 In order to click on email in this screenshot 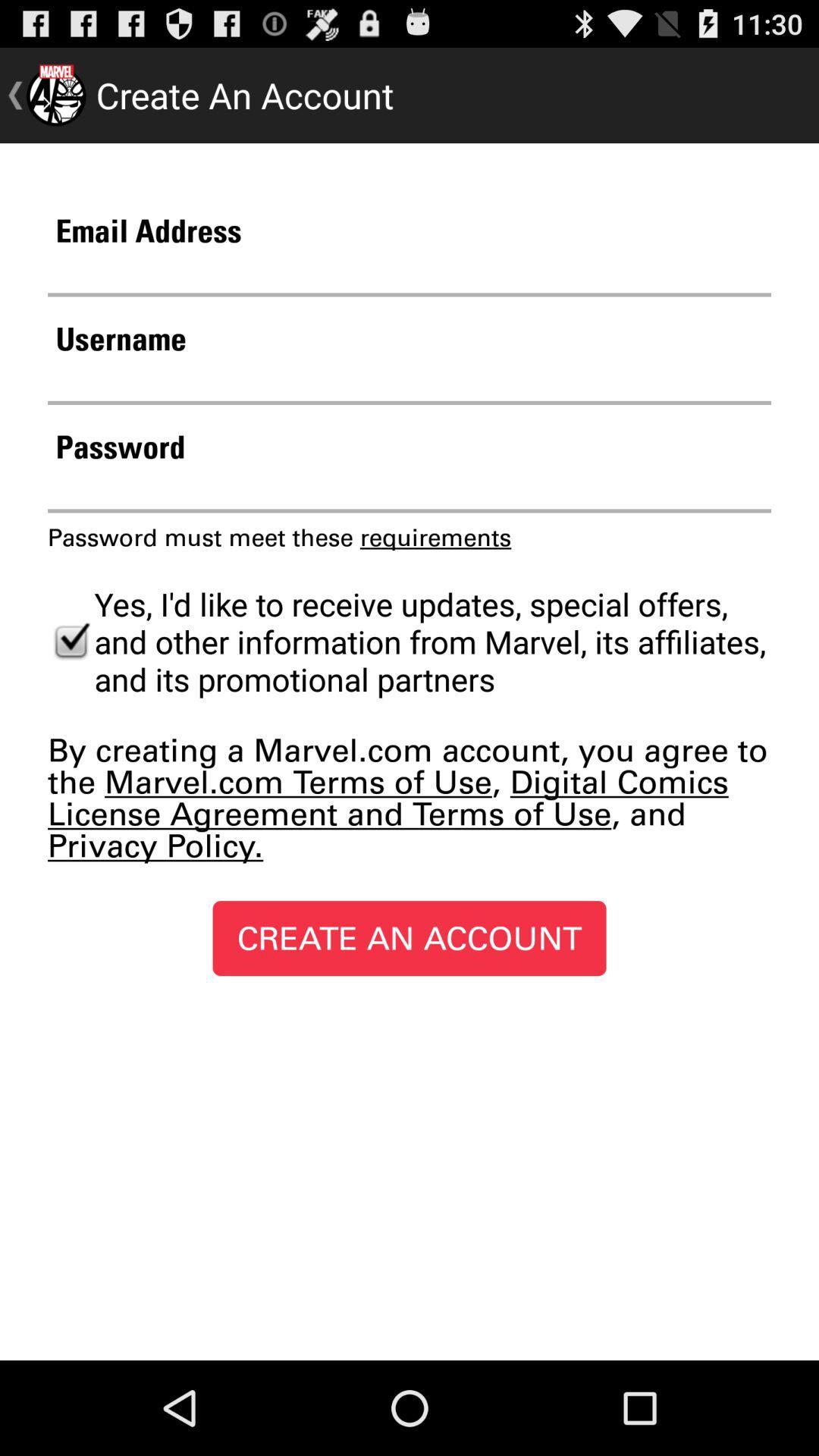, I will do `click(409, 273)`.